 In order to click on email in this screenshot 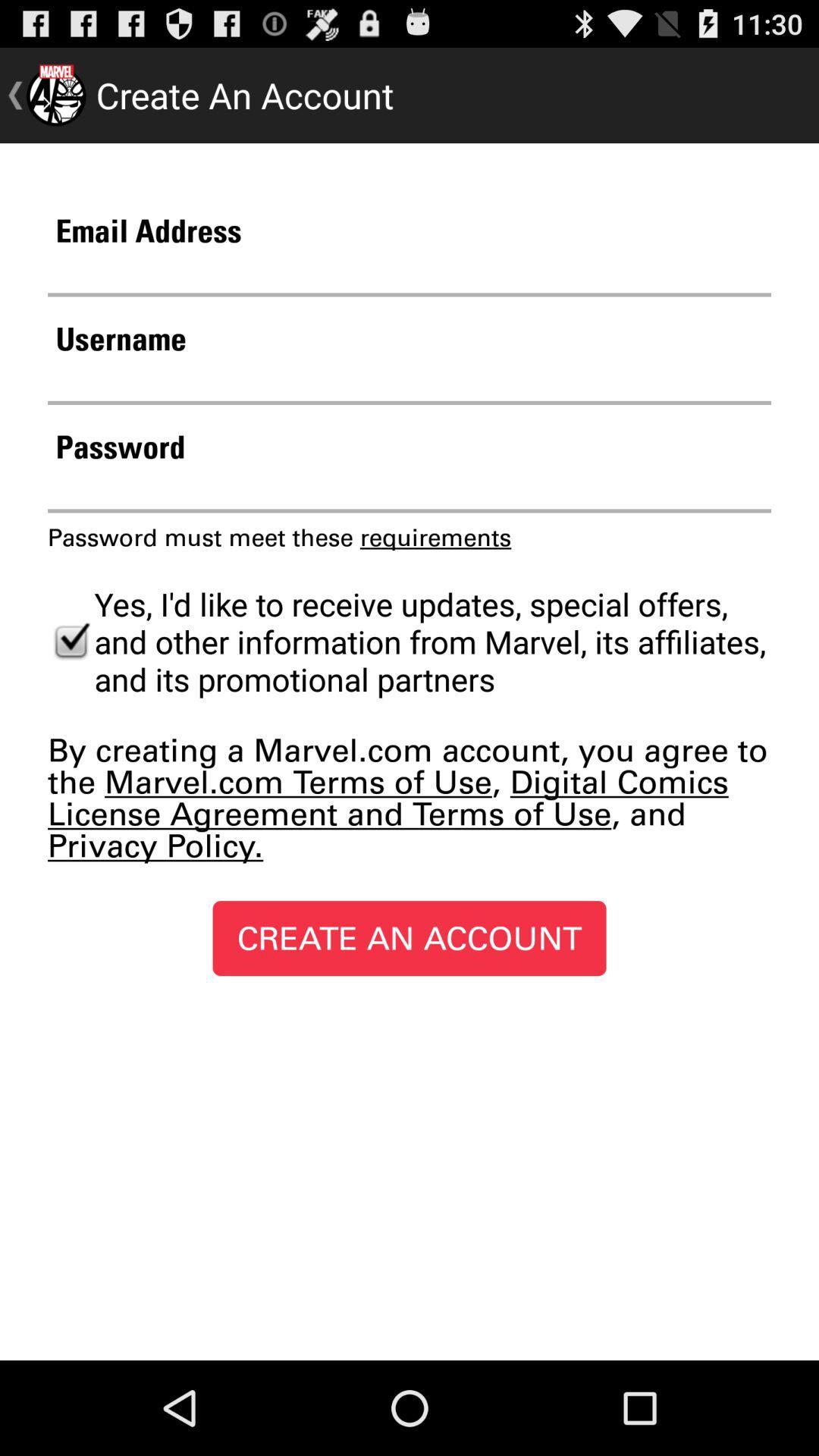, I will do `click(409, 273)`.